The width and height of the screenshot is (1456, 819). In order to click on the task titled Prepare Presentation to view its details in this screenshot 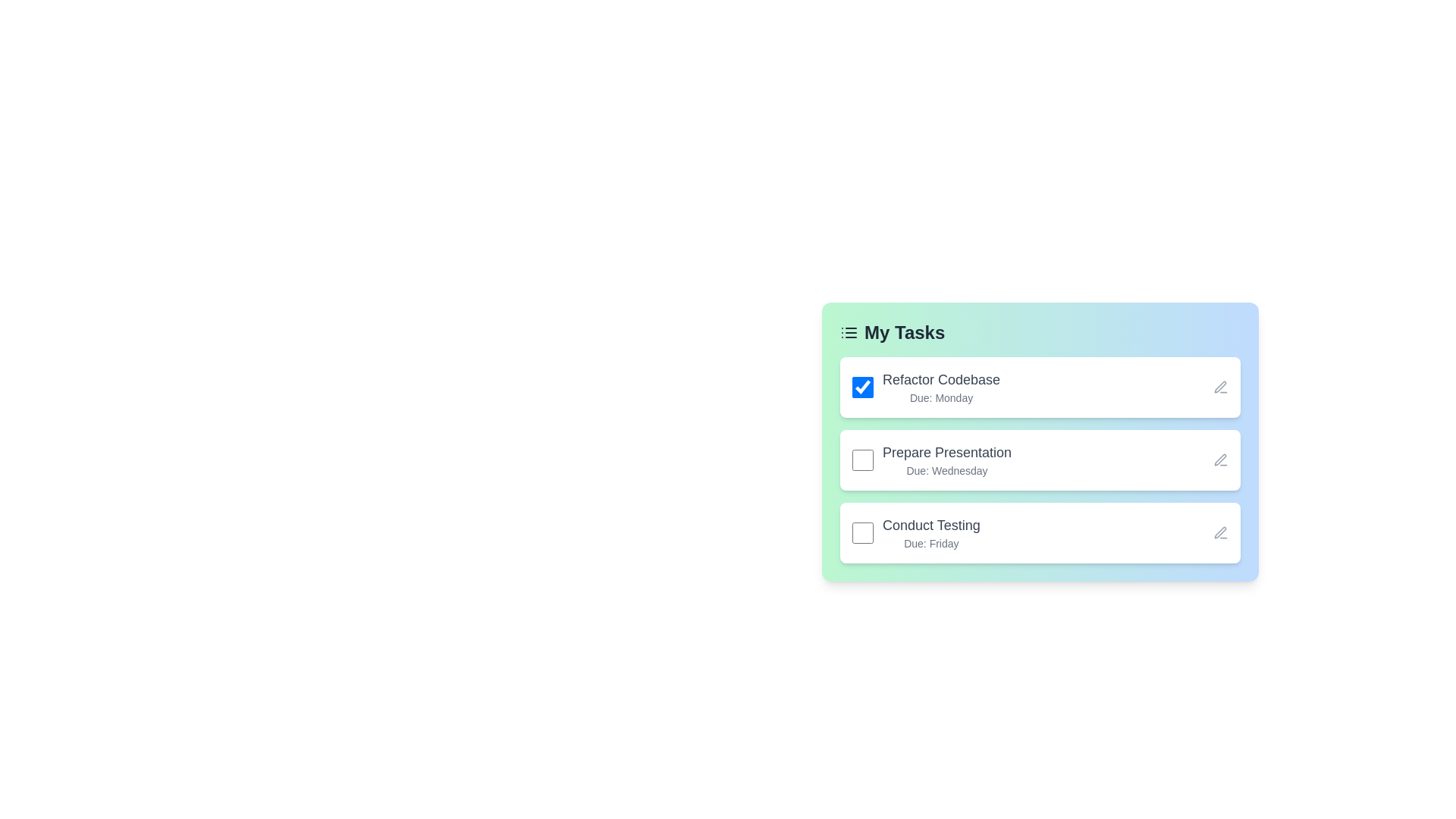, I will do `click(1040, 459)`.